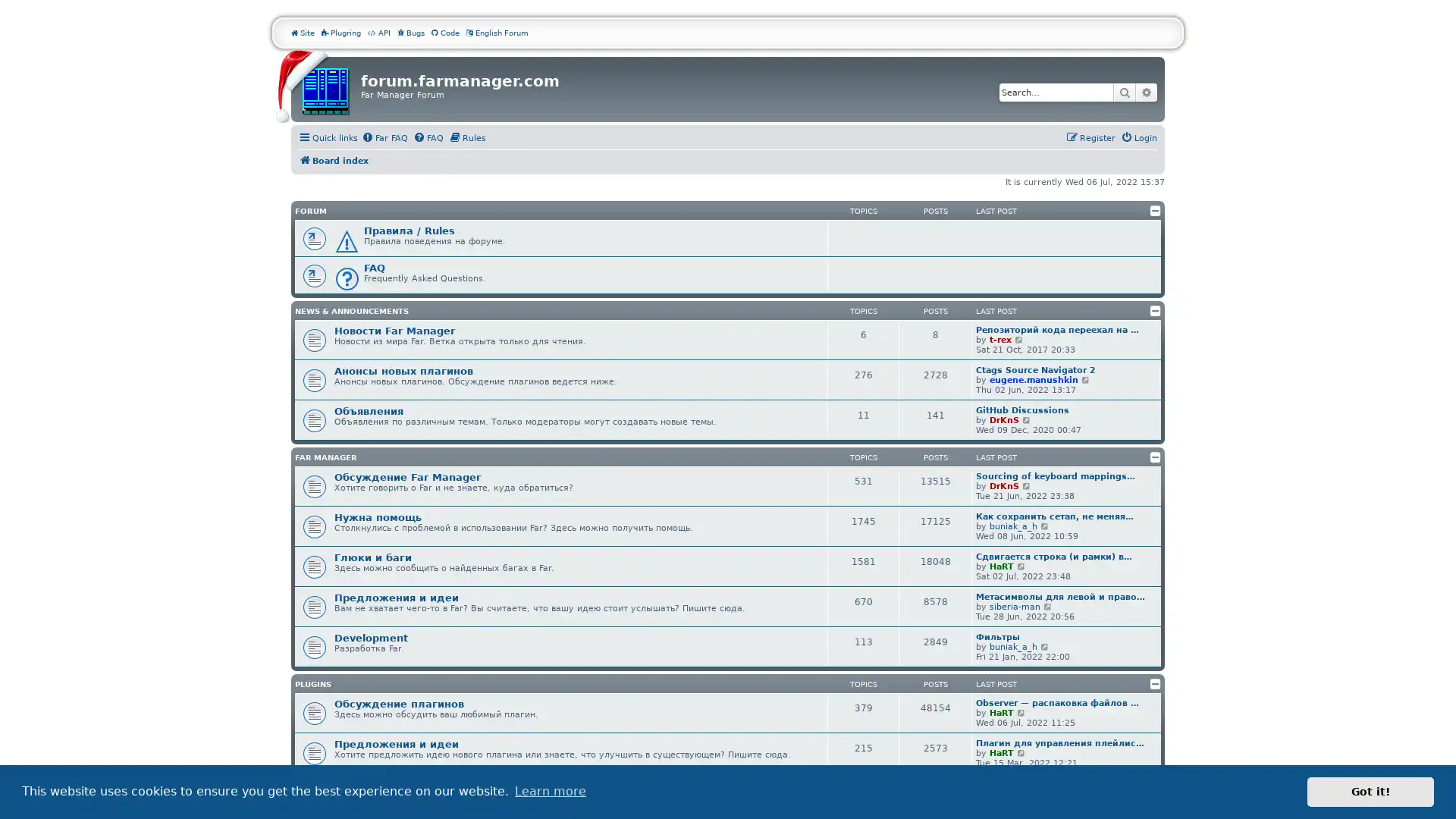 The width and height of the screenshot is (1456, 819). Describe the element at coordinates (1125, 93) in the screenshot. I see `Search` at that location.